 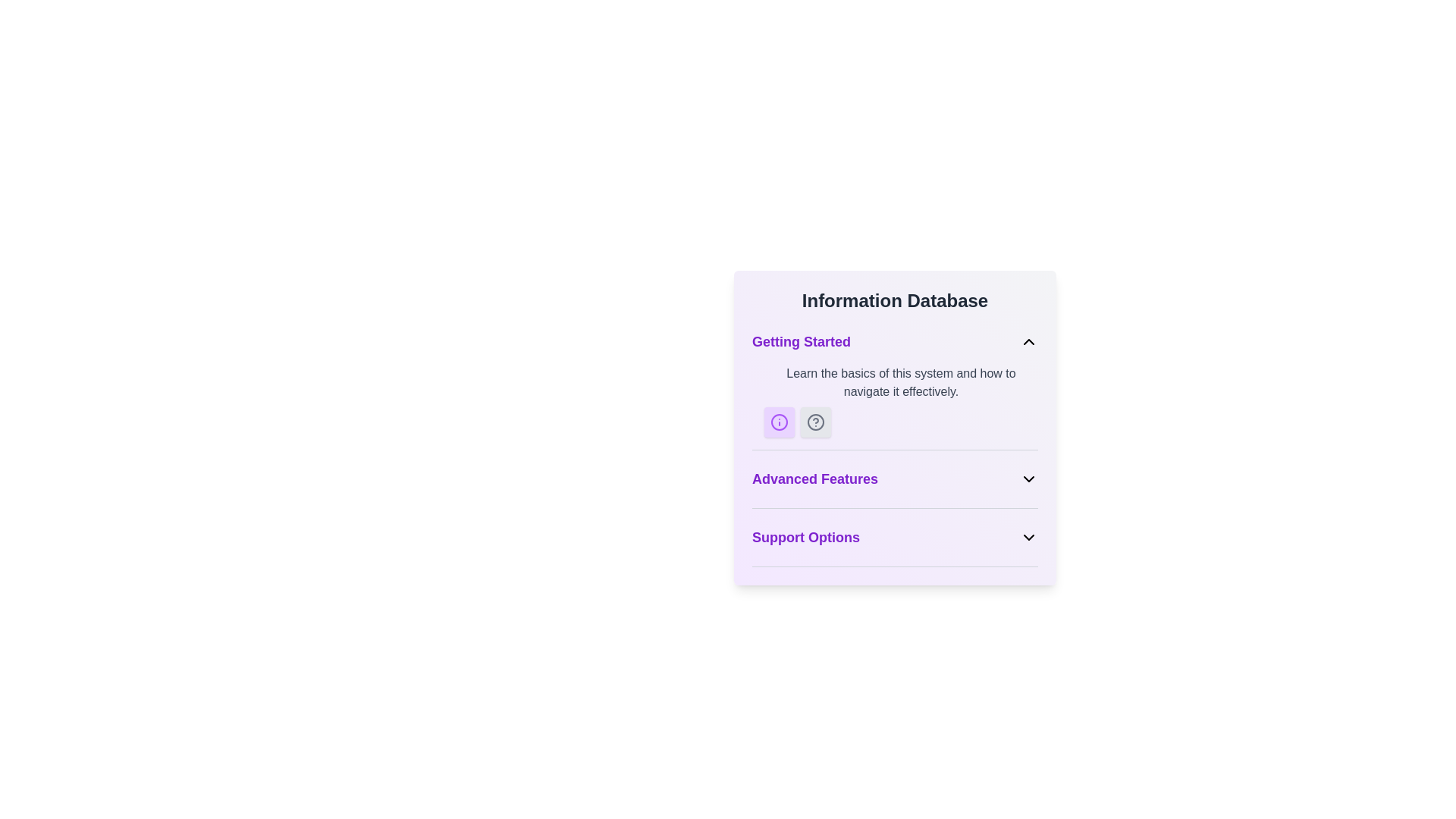 What do you see at coordinates (1029, 342) in the screenshot?
I see `the chevron icon on the far-right side of the 'Getting Started' section header` at bounding box center [1029, 342].